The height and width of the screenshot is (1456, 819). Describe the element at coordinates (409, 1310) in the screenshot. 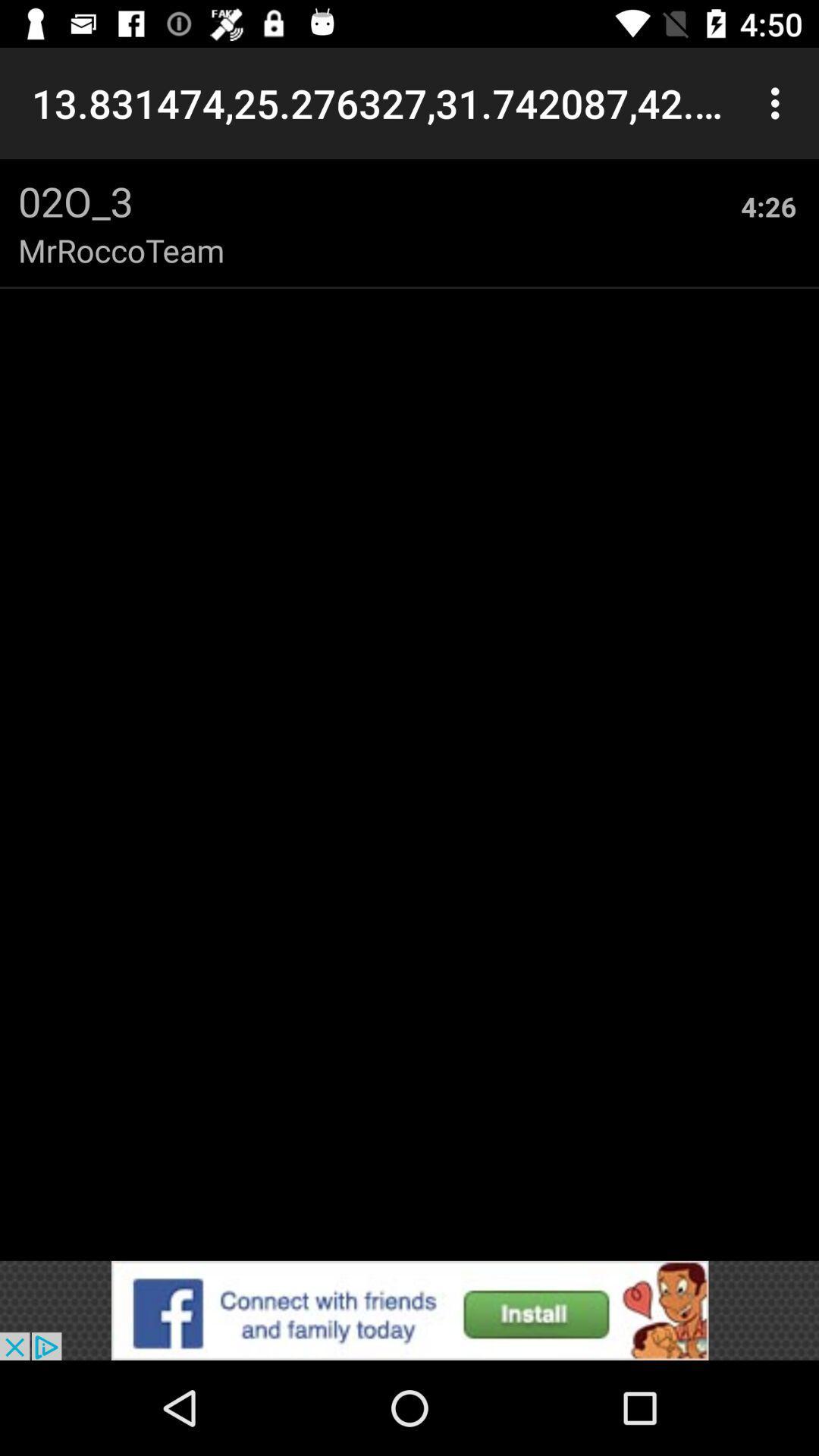

I see `open advertisement` at that location.